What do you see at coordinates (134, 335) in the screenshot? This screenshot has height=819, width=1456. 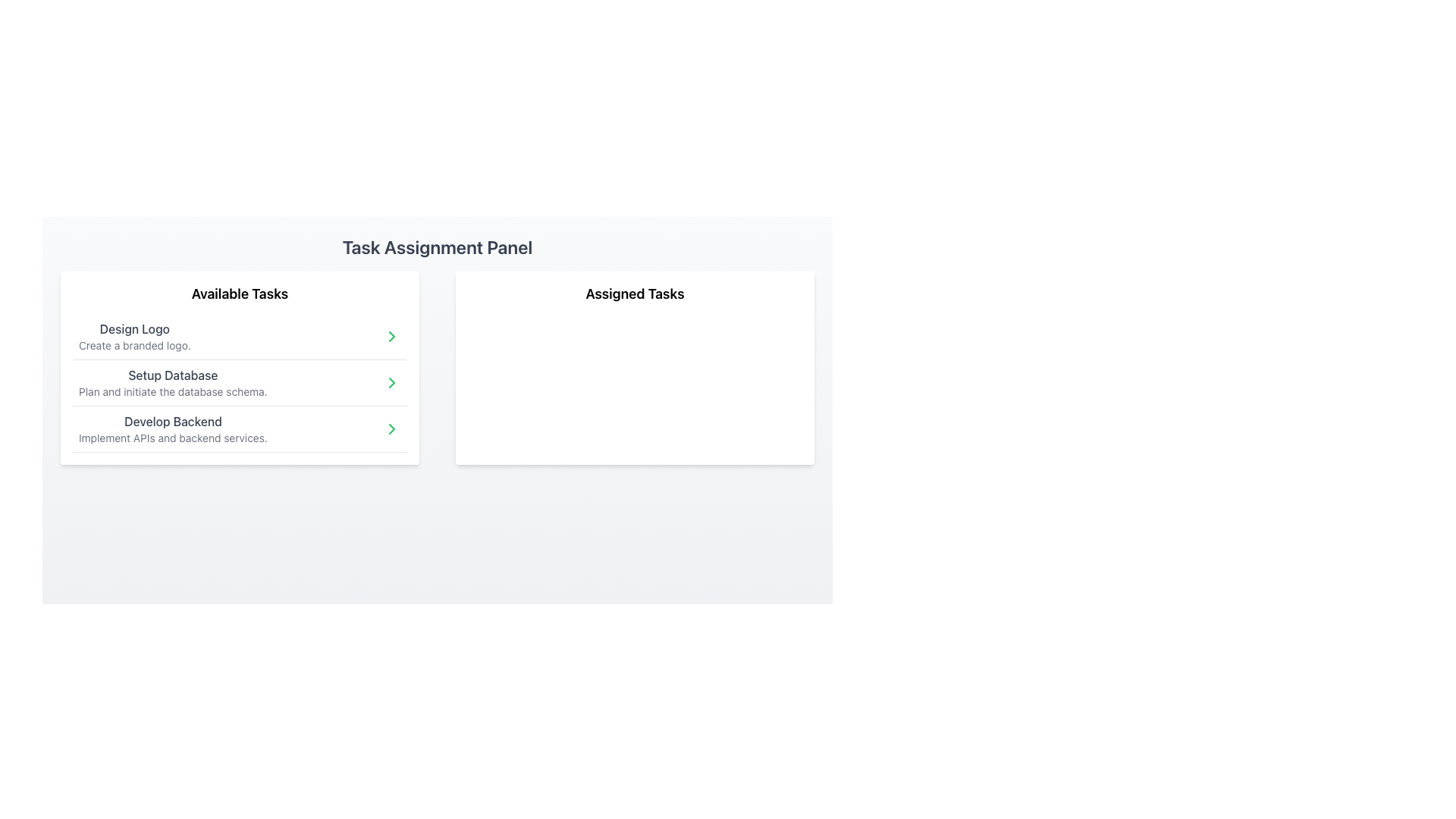 I see `the task item card located at the top left corner of the 'Available Tasks' section` at bounding box center [134, 335].